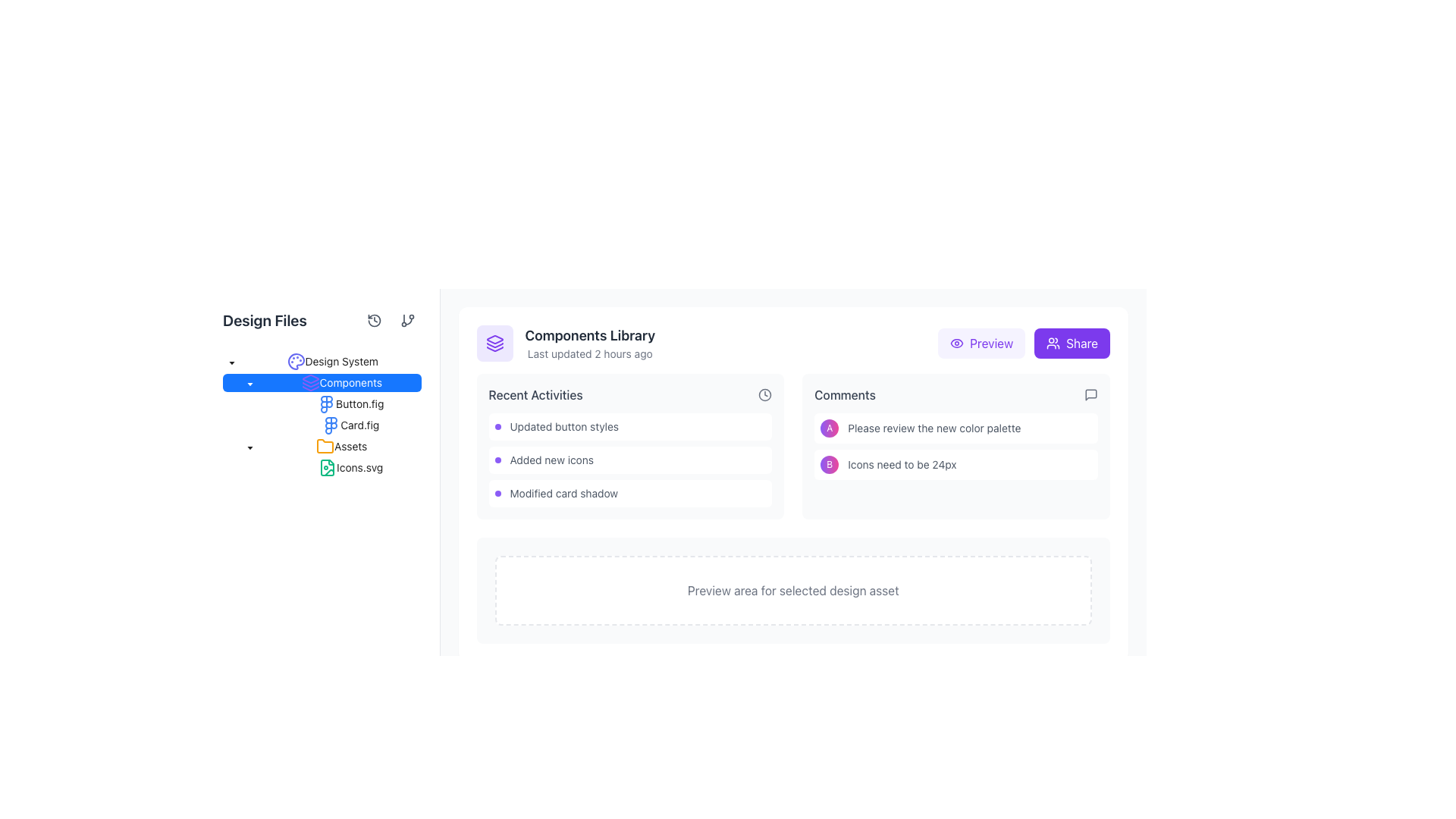 Image resolution: width=1456 pixels, height=819 pixels. I want to click on the 'Preview' button in the Button Group located in the top-right corner beneath the title 'Components Library' to preview the library, so click(1023, 343).